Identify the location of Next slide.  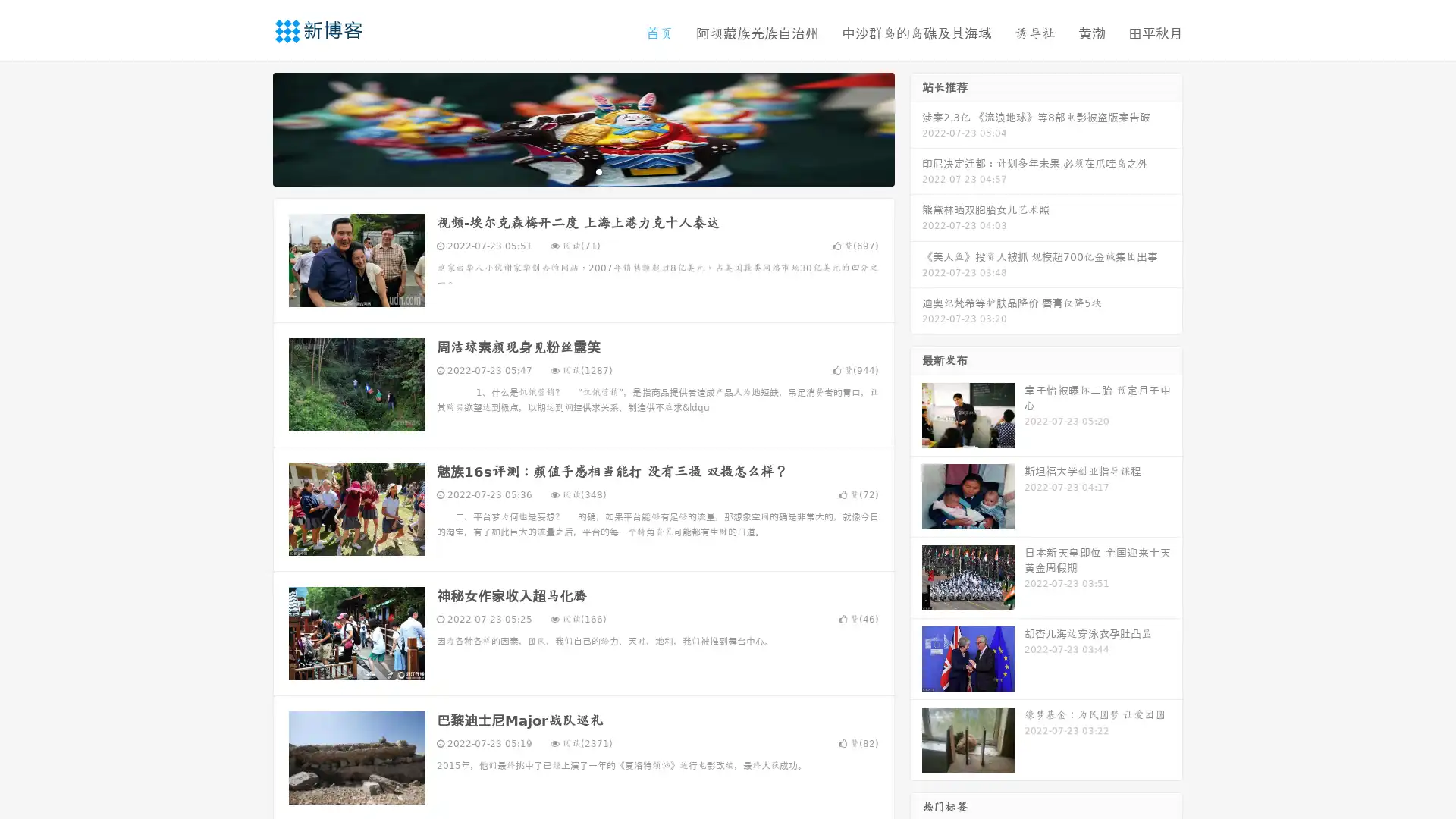
(916, 127).